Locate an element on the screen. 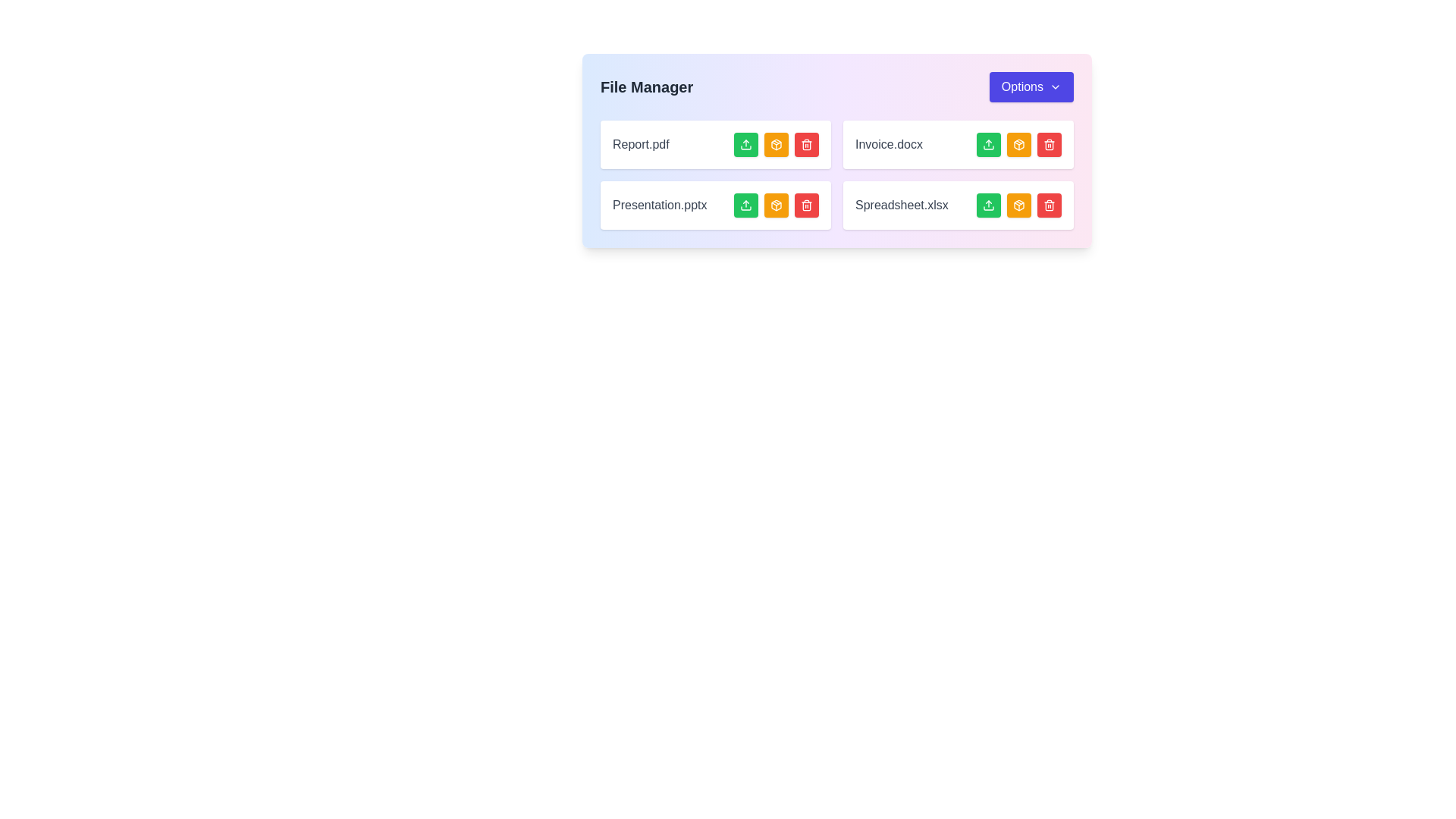  the delete icon for the file 'Presentation.pptx' located in the file manager, which is the last icon in the second row of file actions is located at coordinates (806, 205).